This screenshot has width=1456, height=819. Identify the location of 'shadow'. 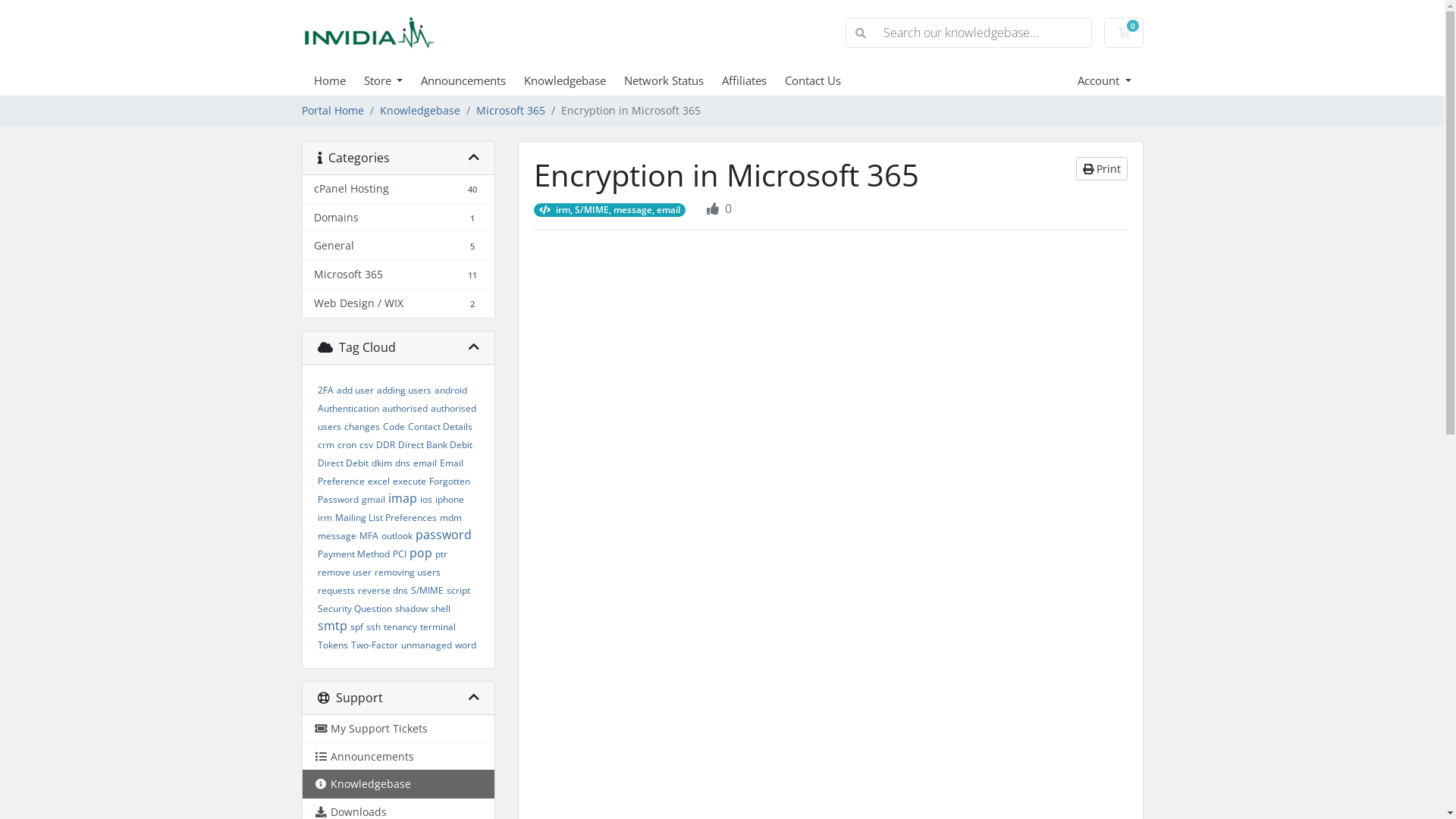
(410, 607).